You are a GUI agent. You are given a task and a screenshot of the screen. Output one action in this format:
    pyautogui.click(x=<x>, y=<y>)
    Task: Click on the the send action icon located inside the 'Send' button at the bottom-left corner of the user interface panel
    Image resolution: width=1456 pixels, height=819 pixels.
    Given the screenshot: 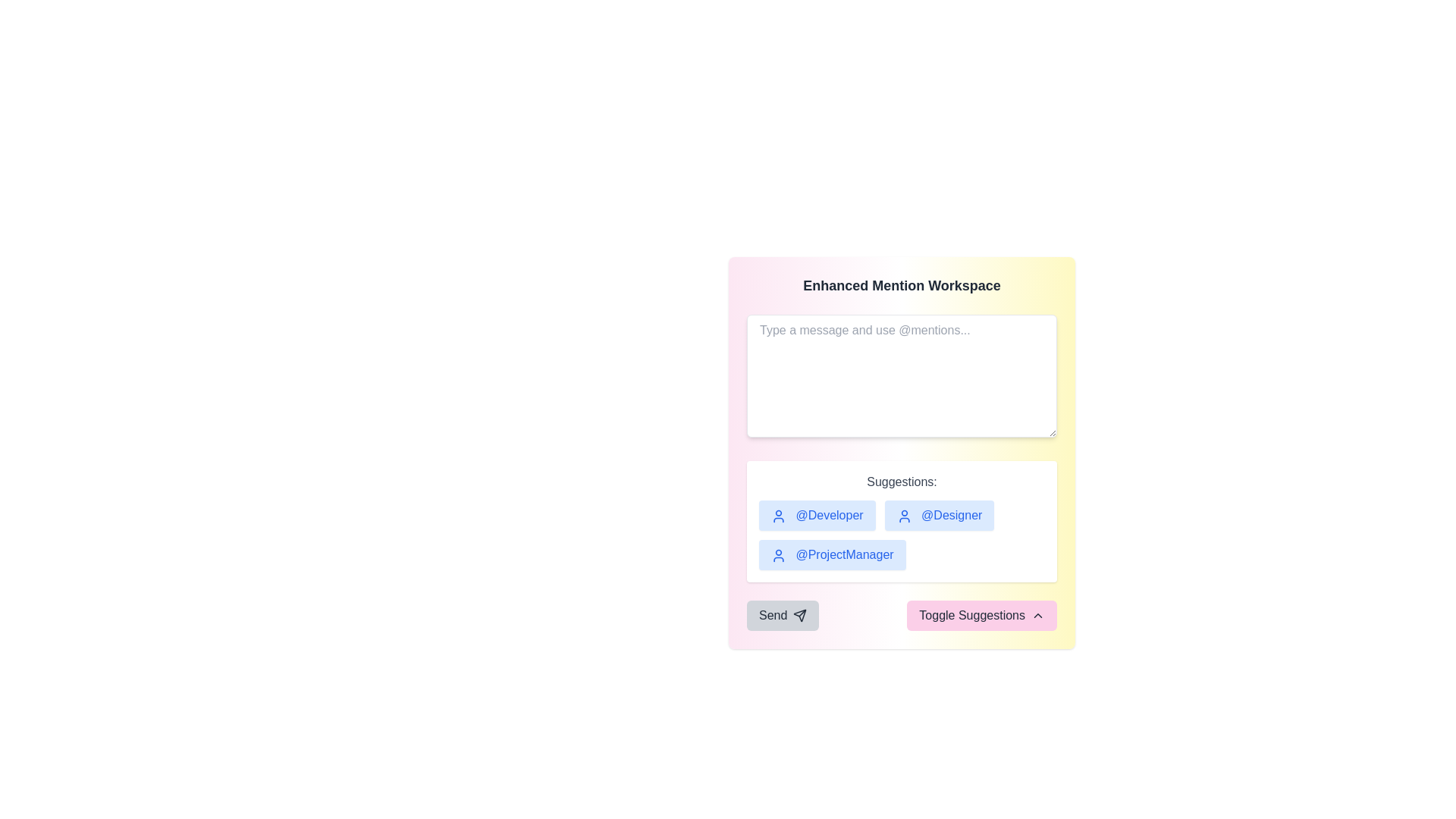 What is the action you would take?
    pyautogui.click(x=799, y=616)
    